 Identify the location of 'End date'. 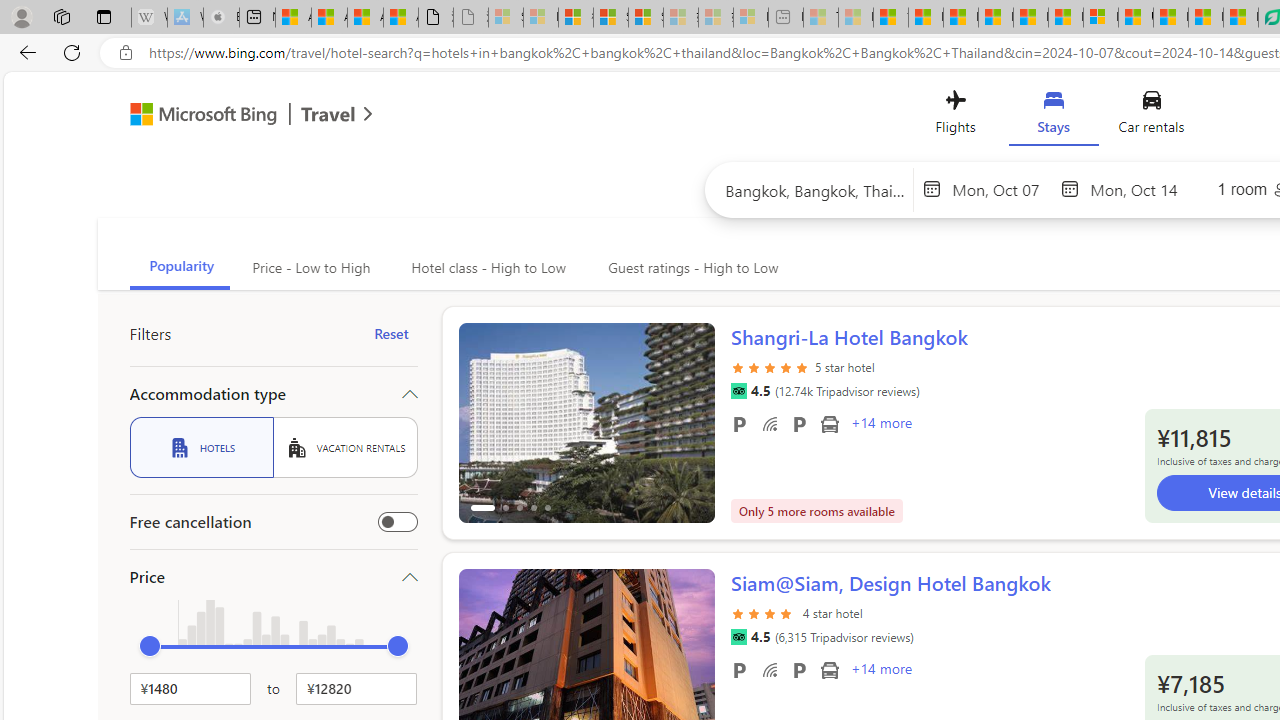
(1139, 189).